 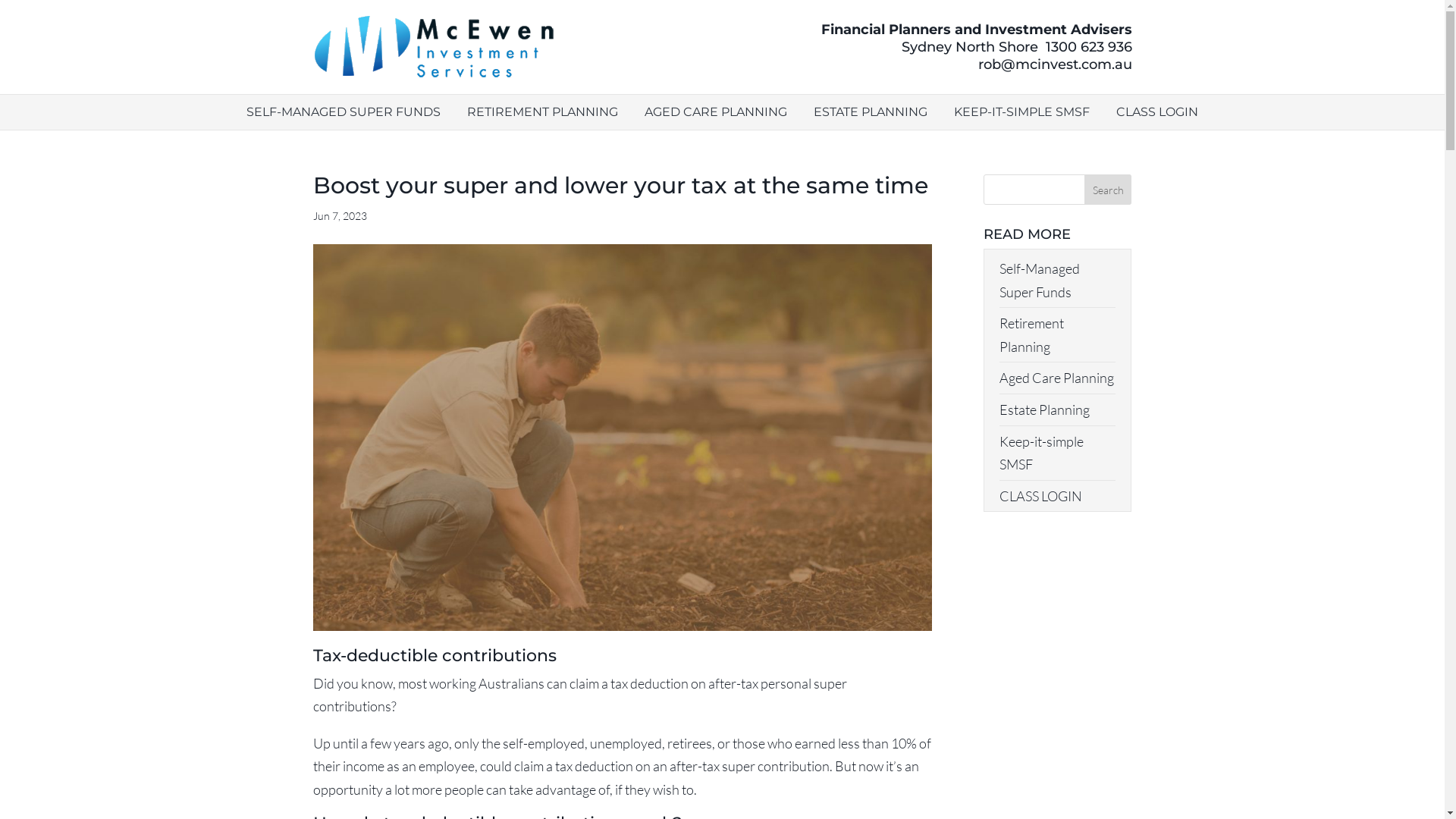 I want to click on 'Keep-it-simple SMSF', so click(x=1040, y=452).